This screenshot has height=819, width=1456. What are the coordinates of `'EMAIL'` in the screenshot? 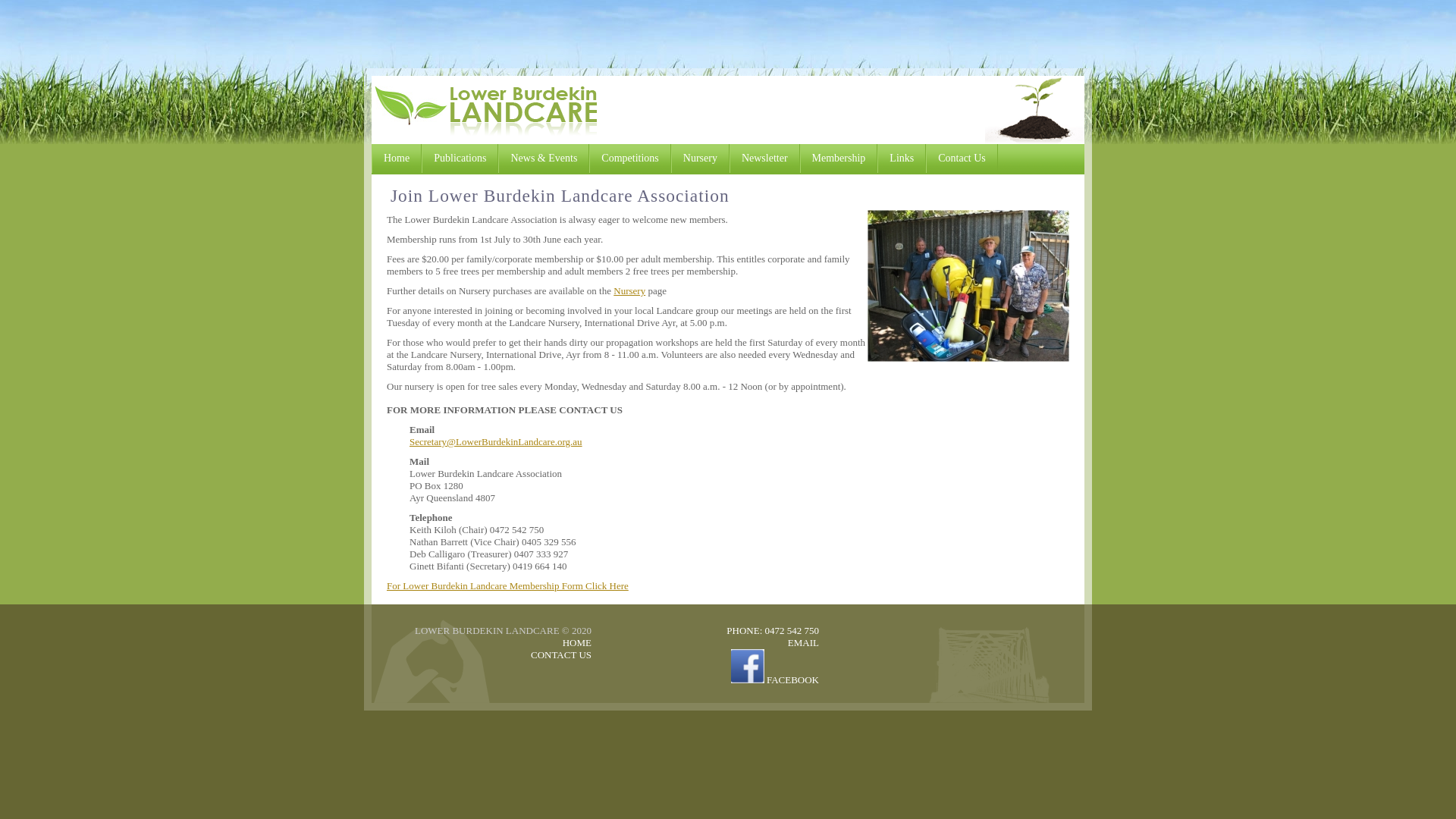 It's located at (787, 642).